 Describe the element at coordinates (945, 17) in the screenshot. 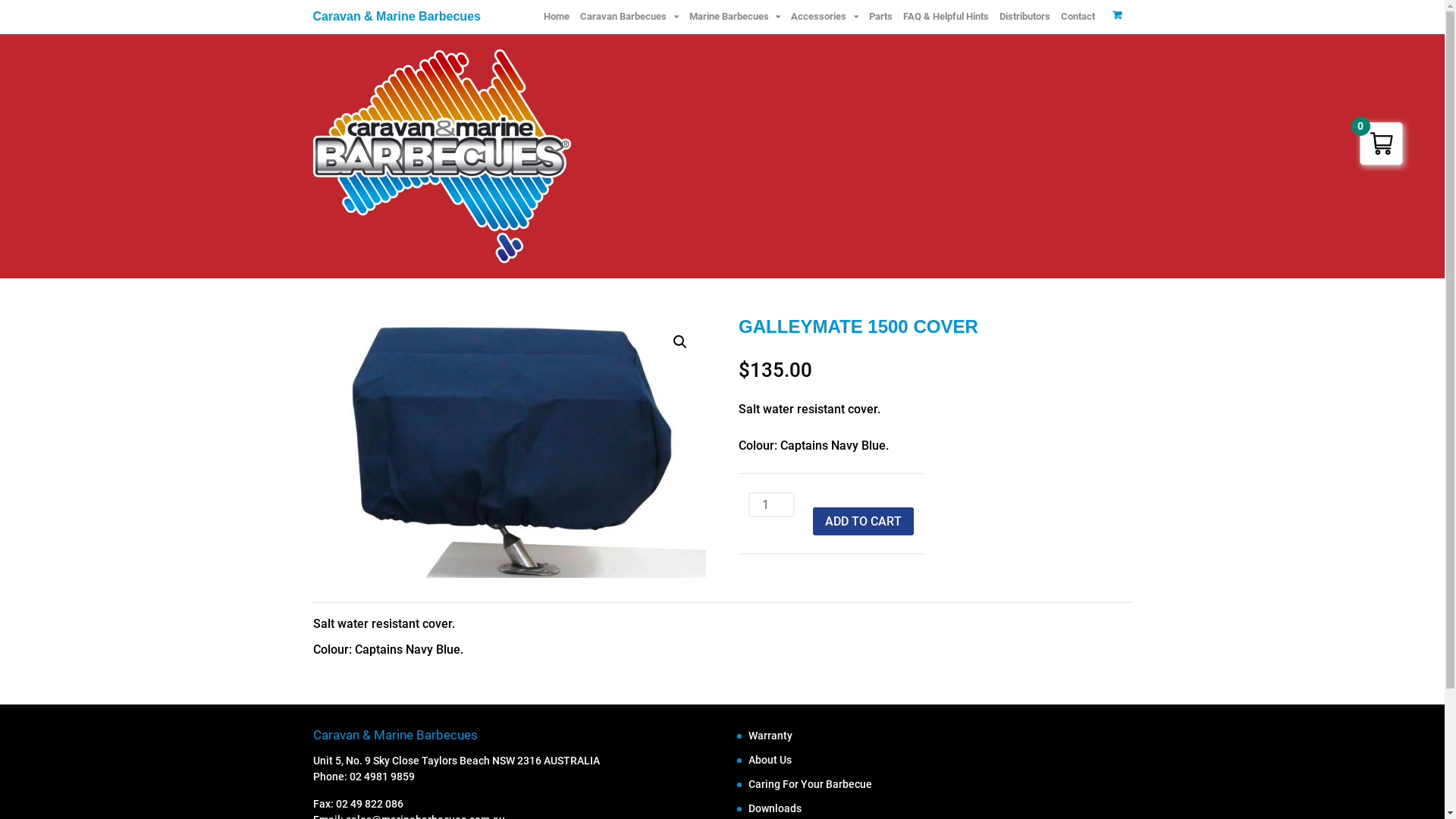

I see `'FAQ & Helpful Hints'` at that location.